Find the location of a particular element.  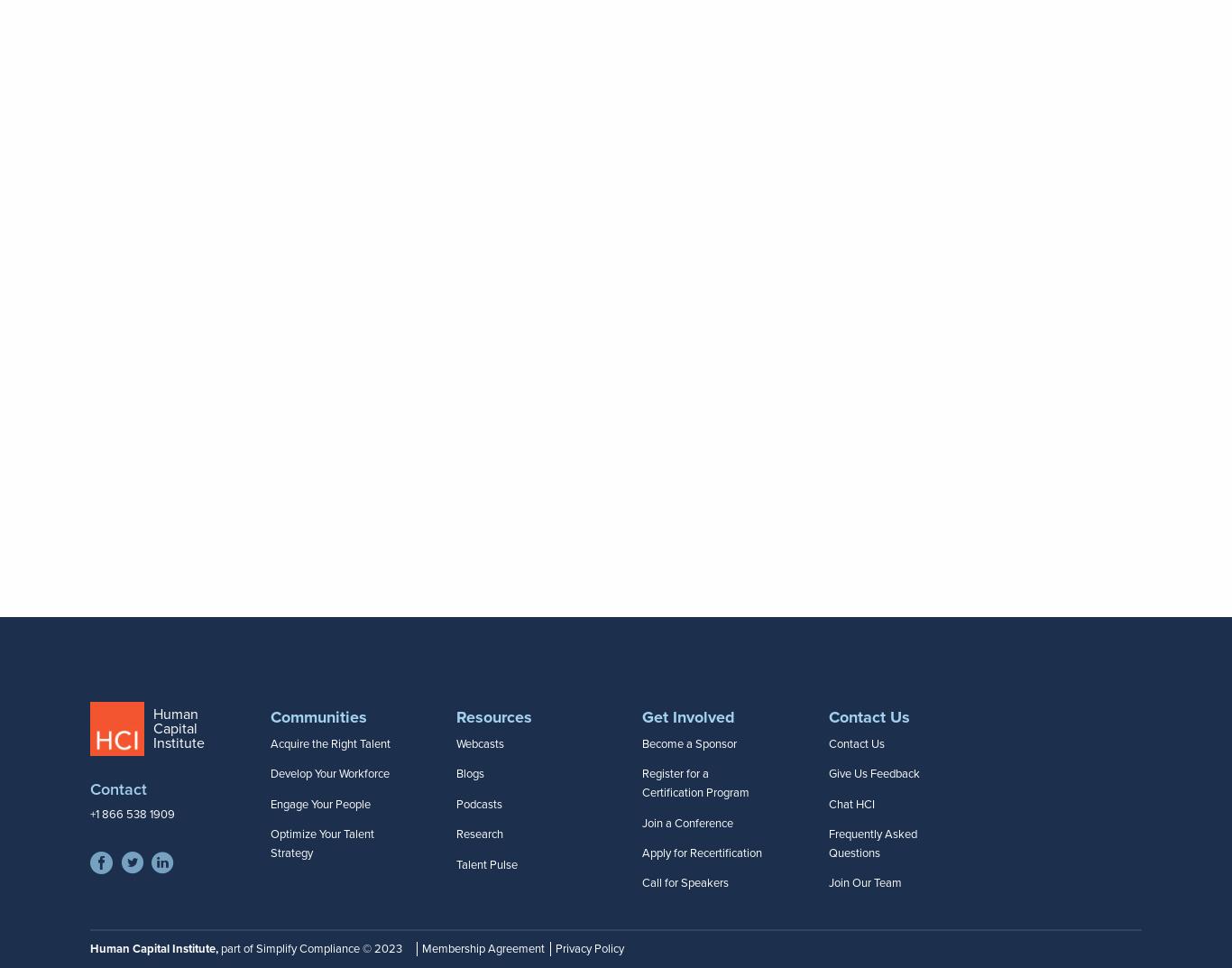

'Talent Pulse' is located at coordinates (486, 862).